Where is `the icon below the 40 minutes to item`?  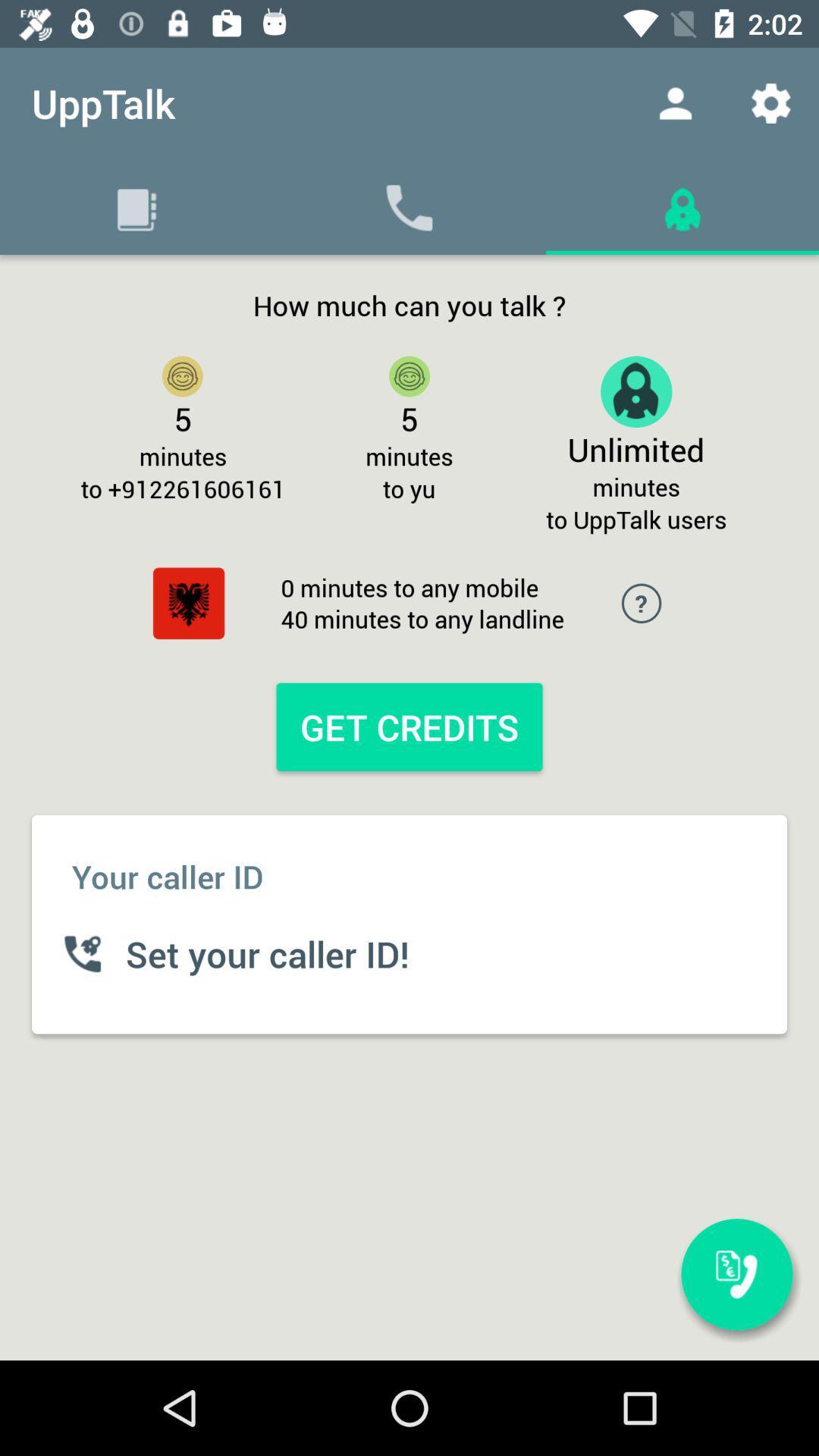
the icon below the 40 minutes to item is located at coordinates (409, 726).